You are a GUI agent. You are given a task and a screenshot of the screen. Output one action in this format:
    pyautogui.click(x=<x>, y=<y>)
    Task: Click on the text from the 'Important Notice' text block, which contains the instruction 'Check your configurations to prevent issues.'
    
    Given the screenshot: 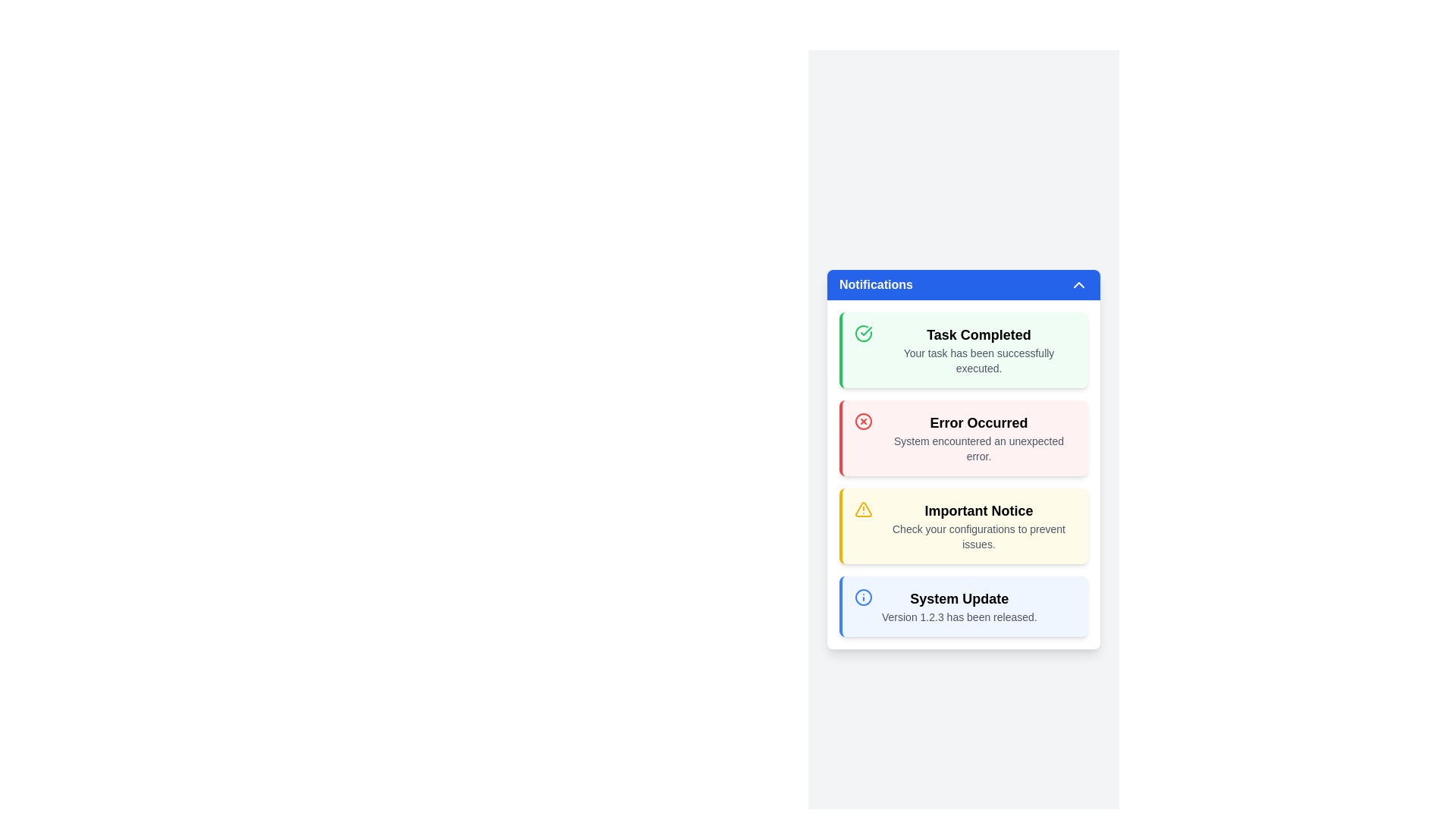 What is the action you would take?
    pyautogui.click(x=979, y=526)
    